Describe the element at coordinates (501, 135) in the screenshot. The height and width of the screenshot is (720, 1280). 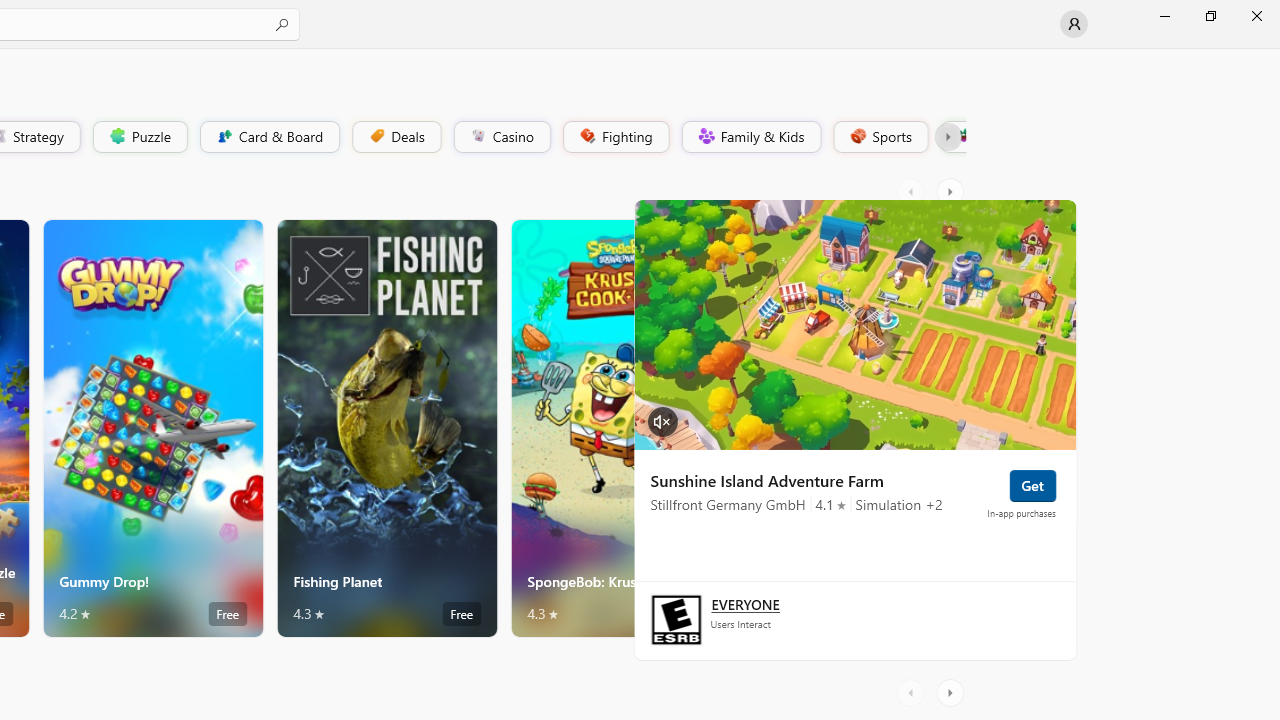
I see `'Casino'` at that location.